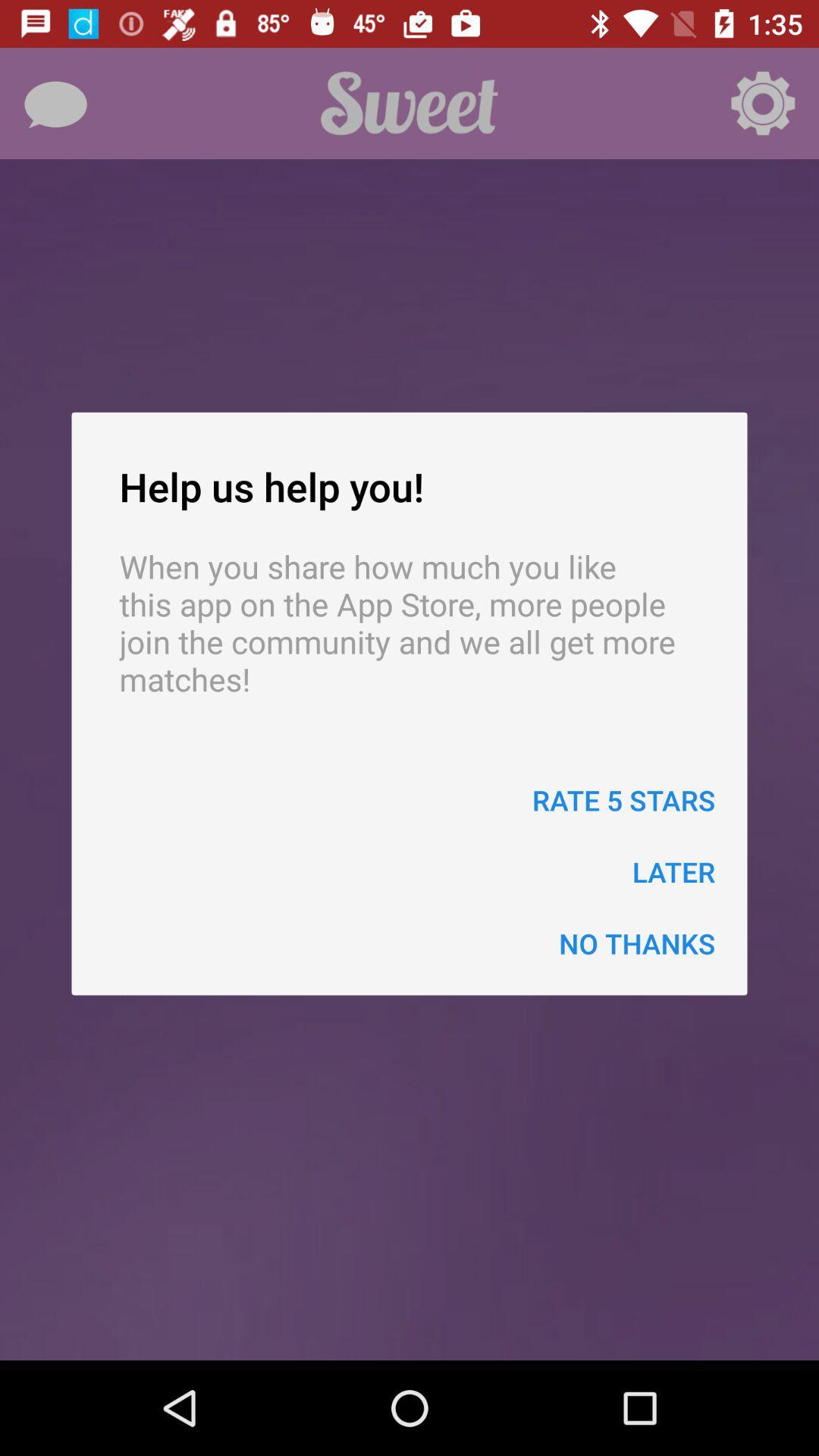 This screenshot has width=819, height=1456. I want to click on the icon above no thanks item, so click(673, 871).